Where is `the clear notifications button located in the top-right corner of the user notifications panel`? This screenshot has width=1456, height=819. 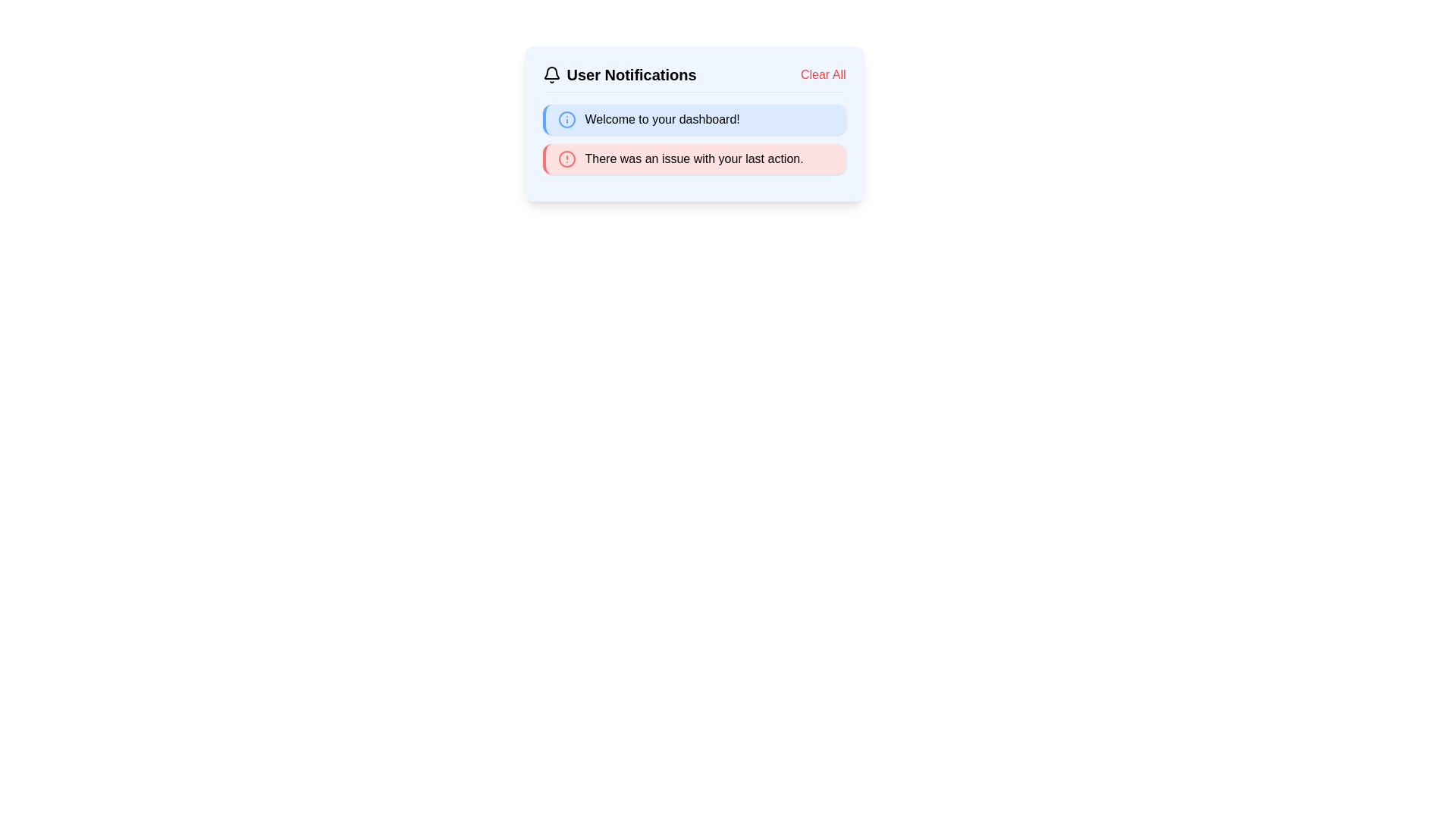 the clear notifications button located in the top-right corner of the user notifications panel is located at coordinates (822, 75).